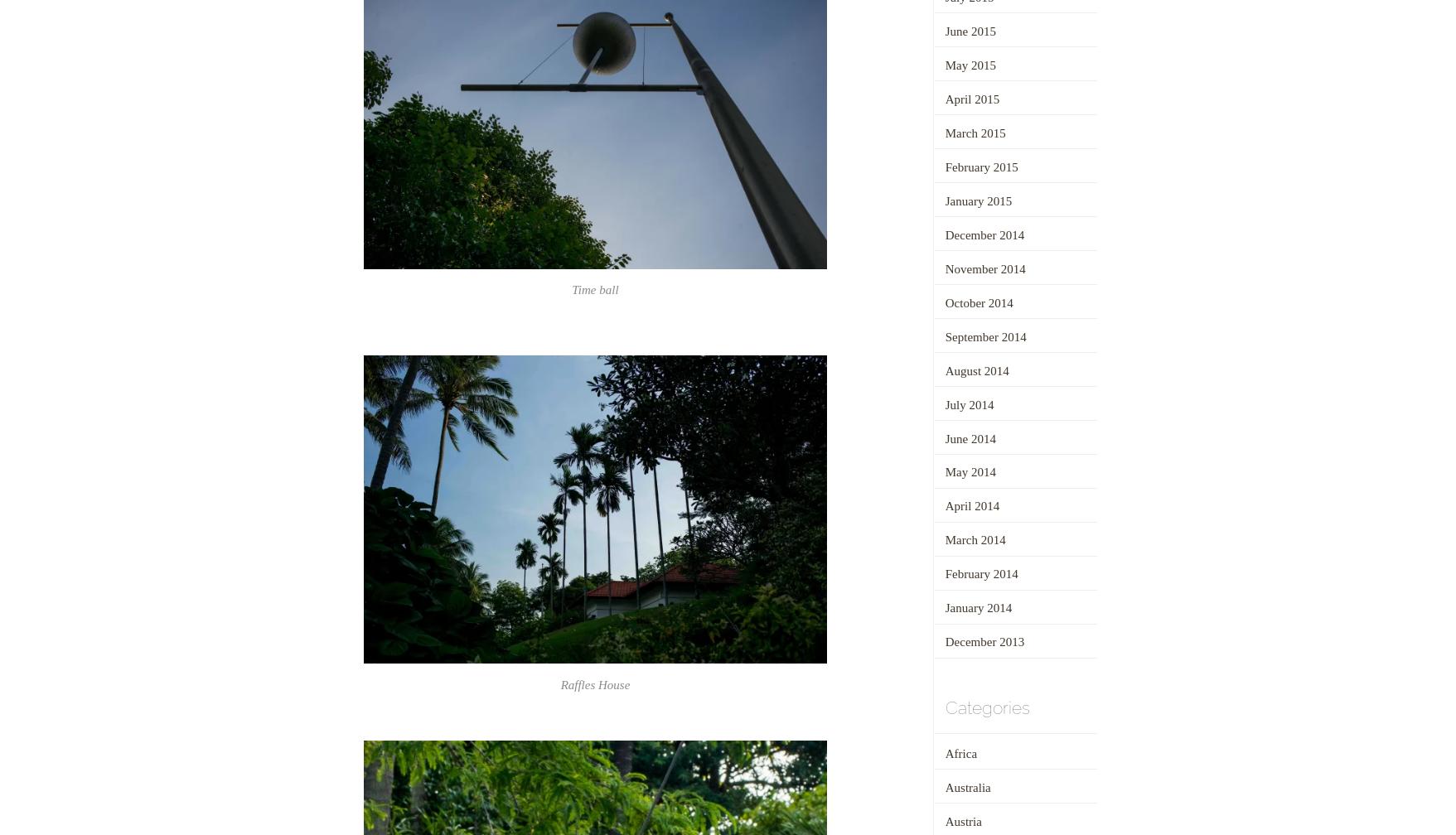 The width and height of the screenshot is (1456, 835). What do you see at coordinates (943, 641) in the screenshot?
I see `'December 2013'` at bounding box center [943, 641].